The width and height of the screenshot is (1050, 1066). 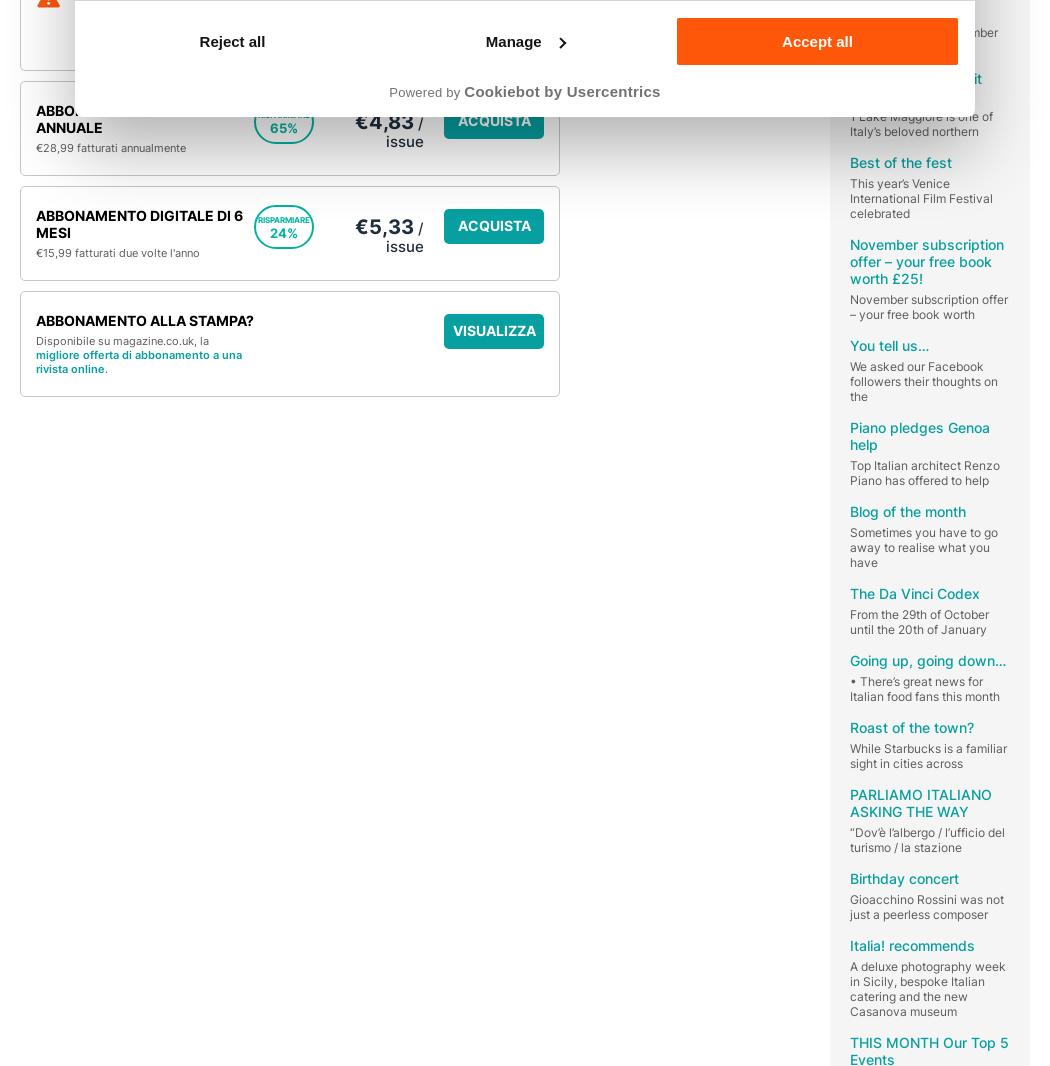 What do you see at coordinates (512, 39) in the screenshot?
I see `'Manage'` at bounding box center [512, 39].